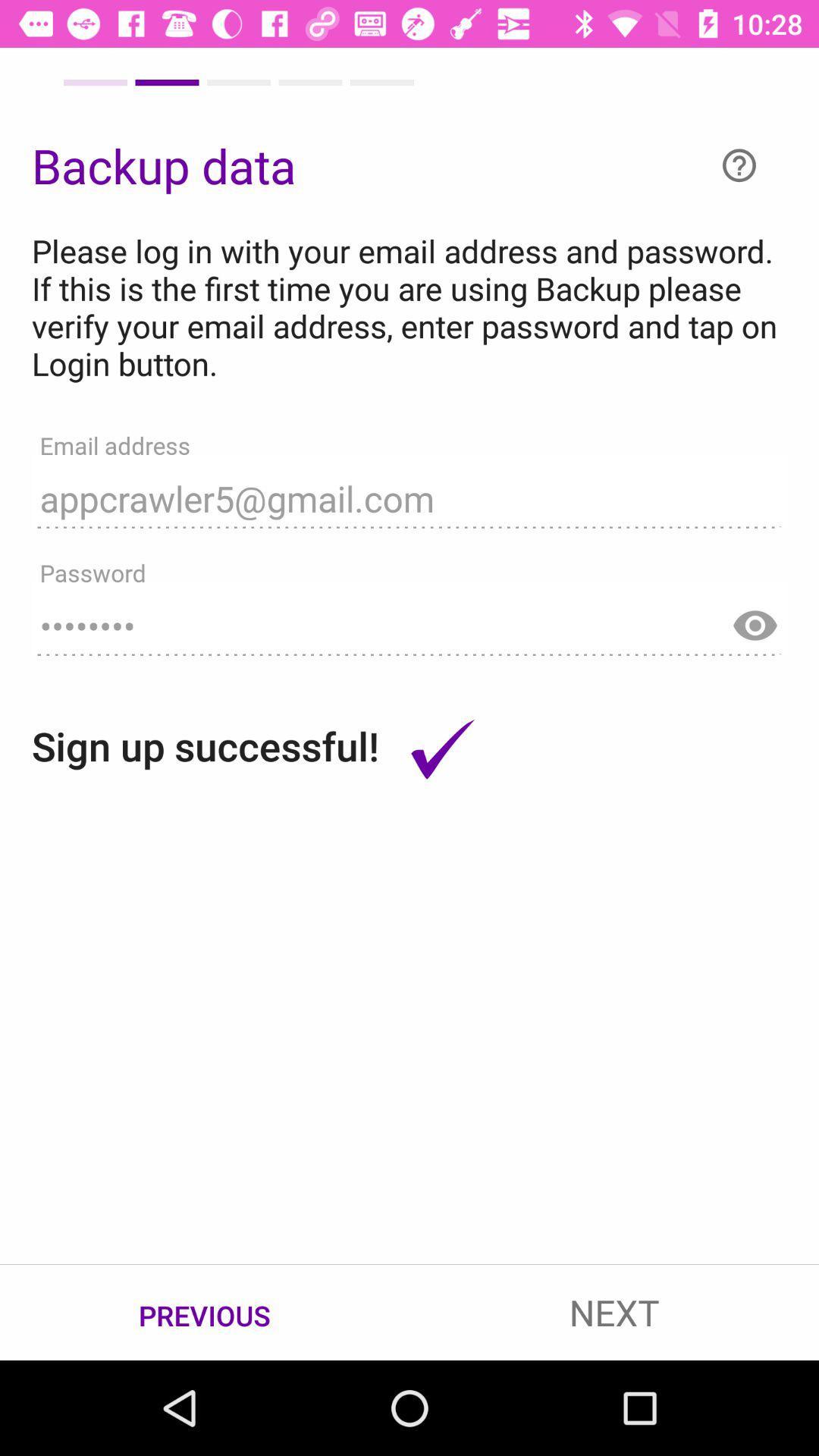 This screenshot has width=819, height=1456. What do you see at coordinates (739, 165) in the screenshot?
I see `item to the right of backup data icon` at bounding box center [739, 165].